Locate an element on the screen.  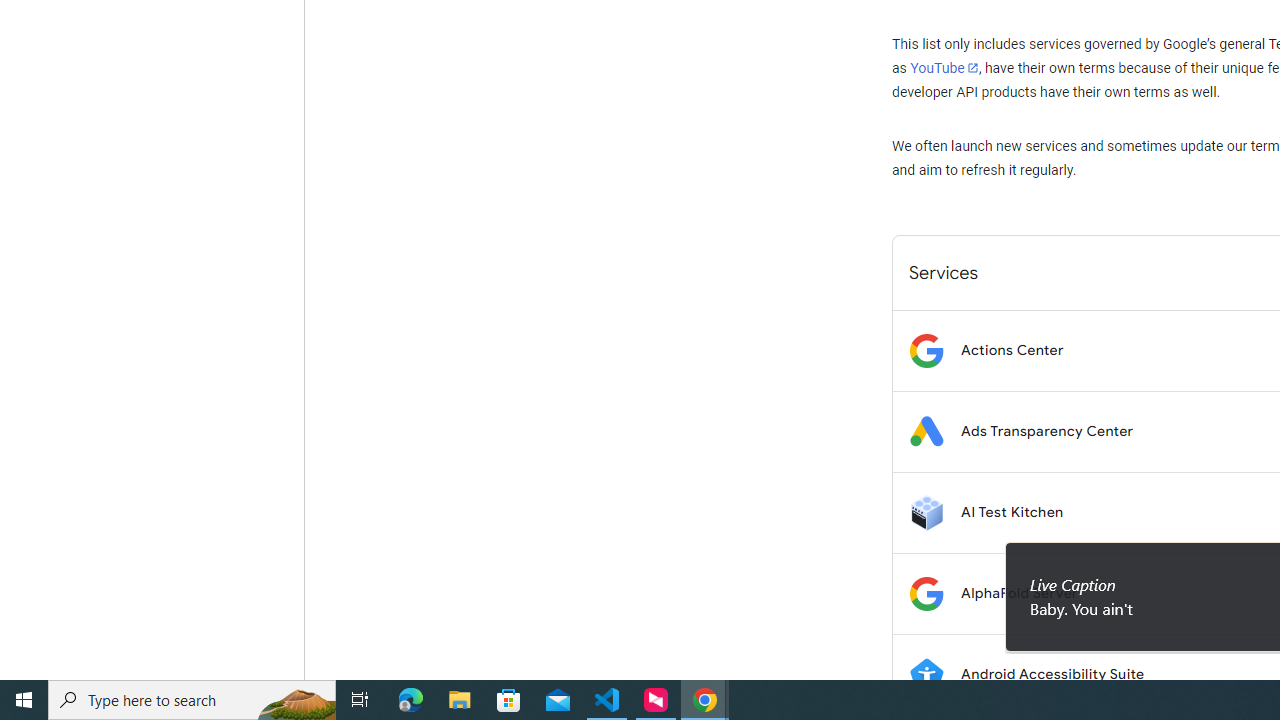
'Logo for Actions Center' is located at coordinates (925, 349).